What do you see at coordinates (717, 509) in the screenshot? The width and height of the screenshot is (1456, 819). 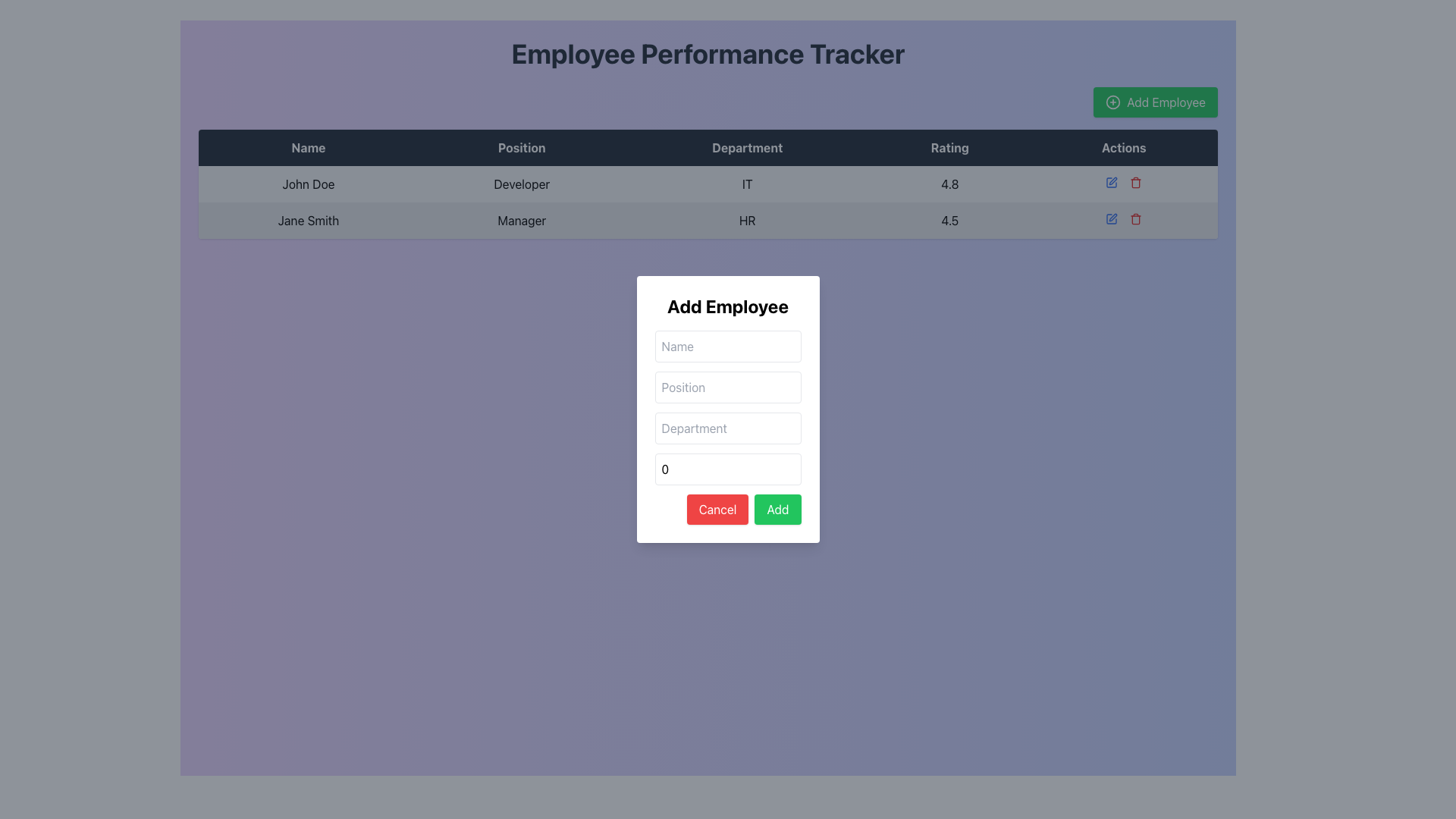 I see `the 'Cancel' button, which has a red background and white text, positioned to the left of the 'Add' button in the 'Add Employee' modal` at bounding box center [717, 509].